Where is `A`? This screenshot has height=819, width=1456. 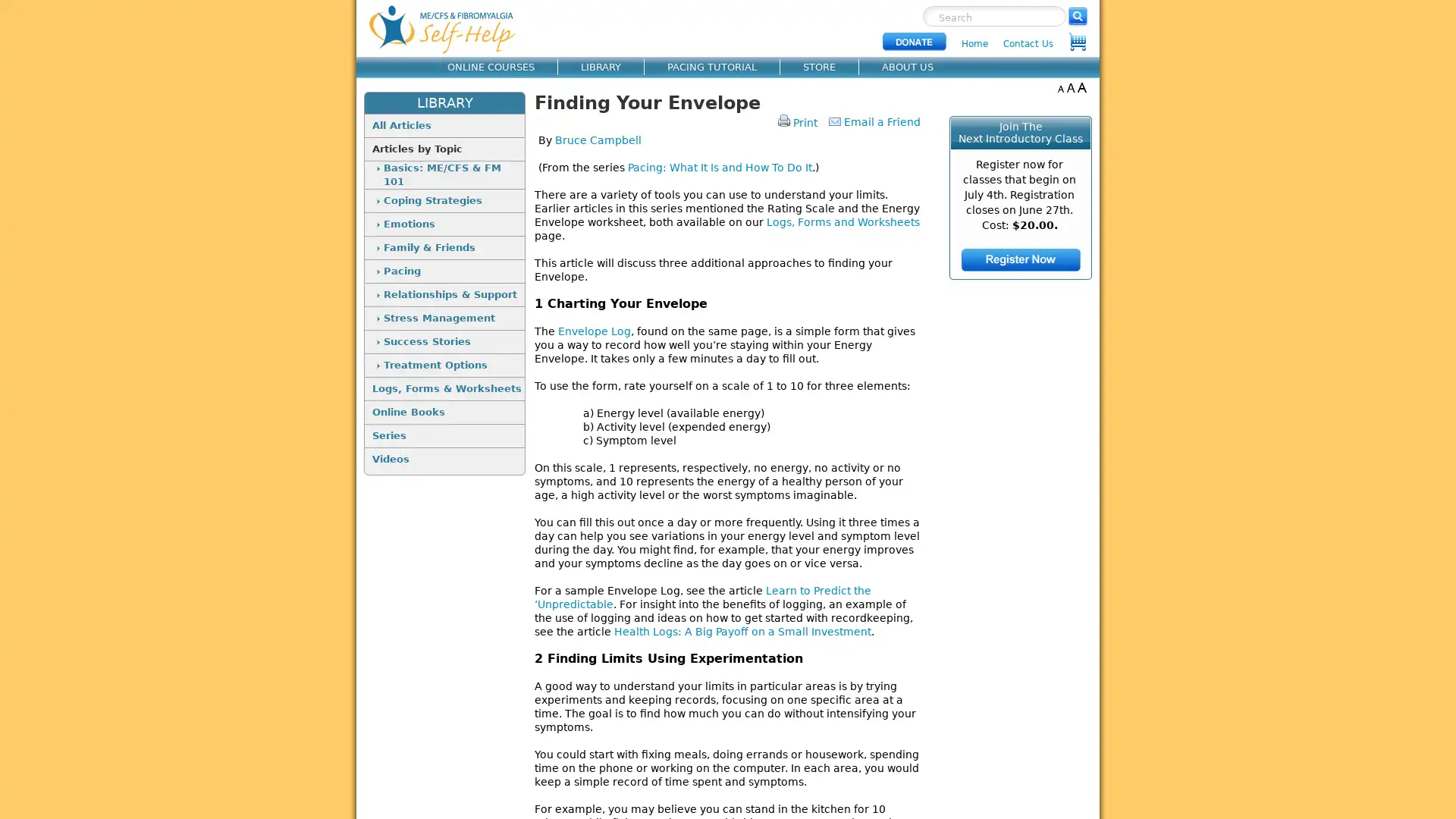
A is located at coordinates (1059, 87).